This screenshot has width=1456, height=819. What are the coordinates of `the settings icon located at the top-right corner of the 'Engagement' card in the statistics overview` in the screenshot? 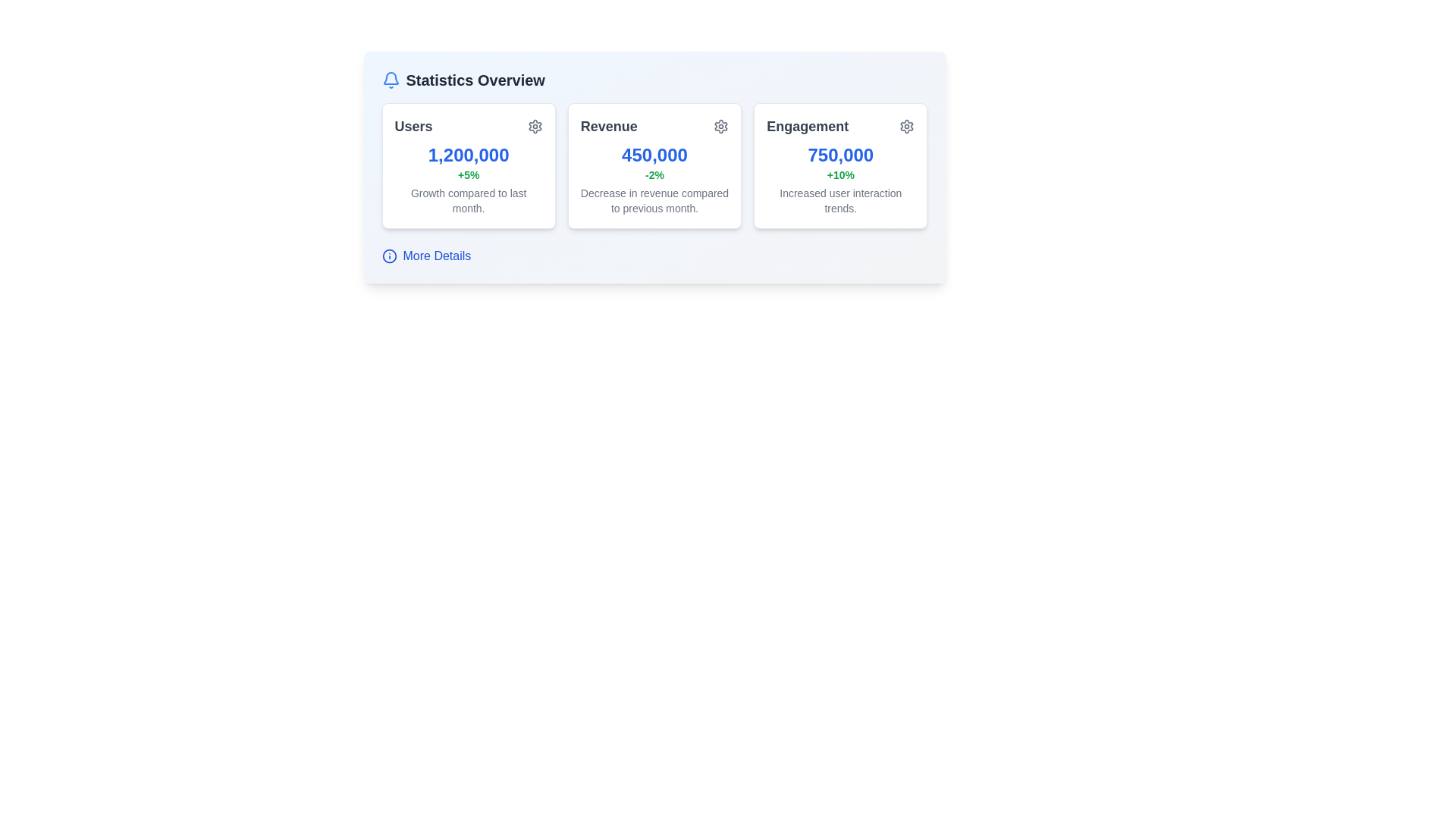 It's located at (907, 125).